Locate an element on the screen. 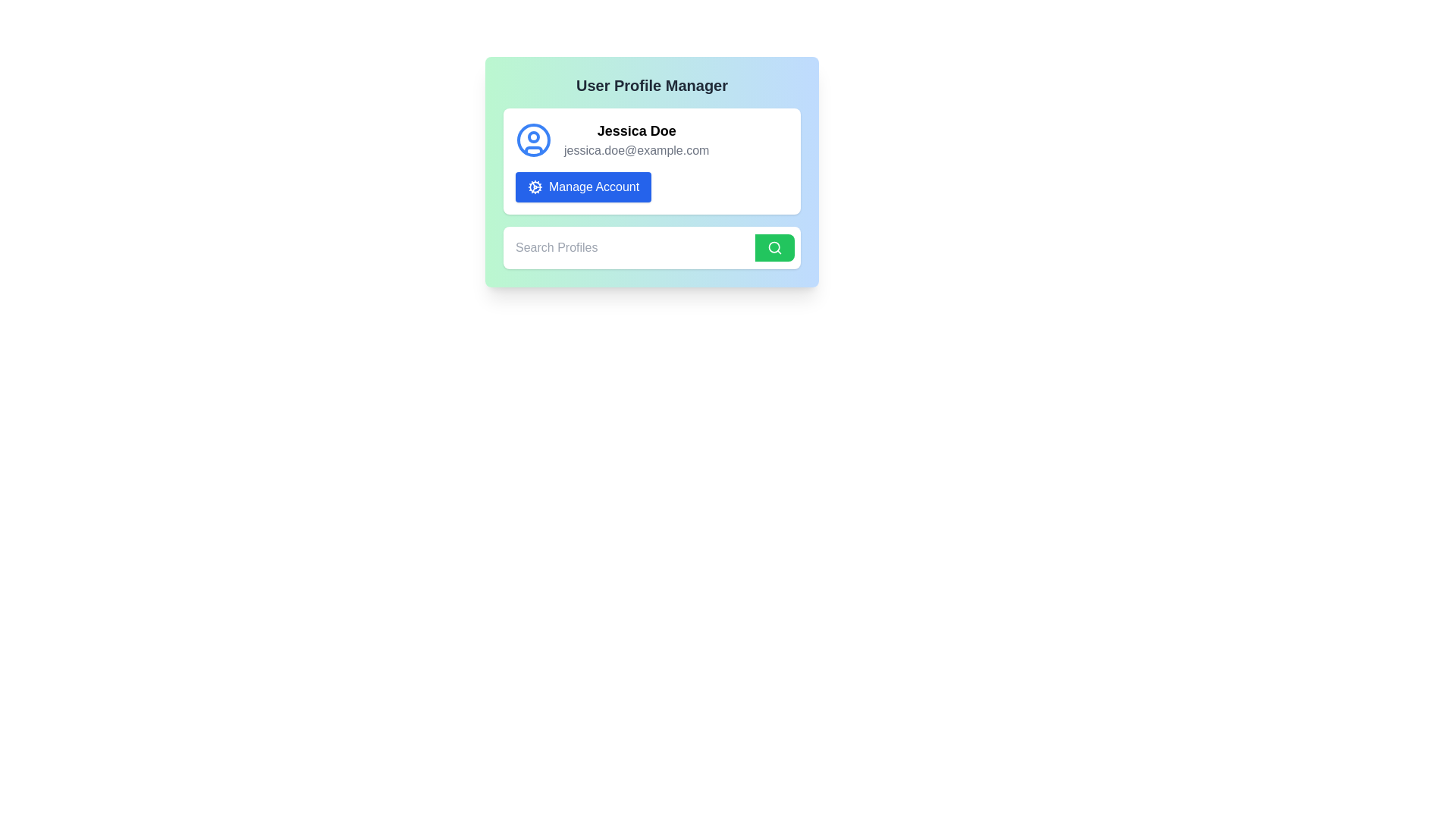 The width and height of the screenshot is (1456, 819). the 'Manage Account' button which features a white font on a blue background, rounded corners, a shadow effect, and a cogwheel icon to its left, located below the user profile section is located at coordinates (593, 186).